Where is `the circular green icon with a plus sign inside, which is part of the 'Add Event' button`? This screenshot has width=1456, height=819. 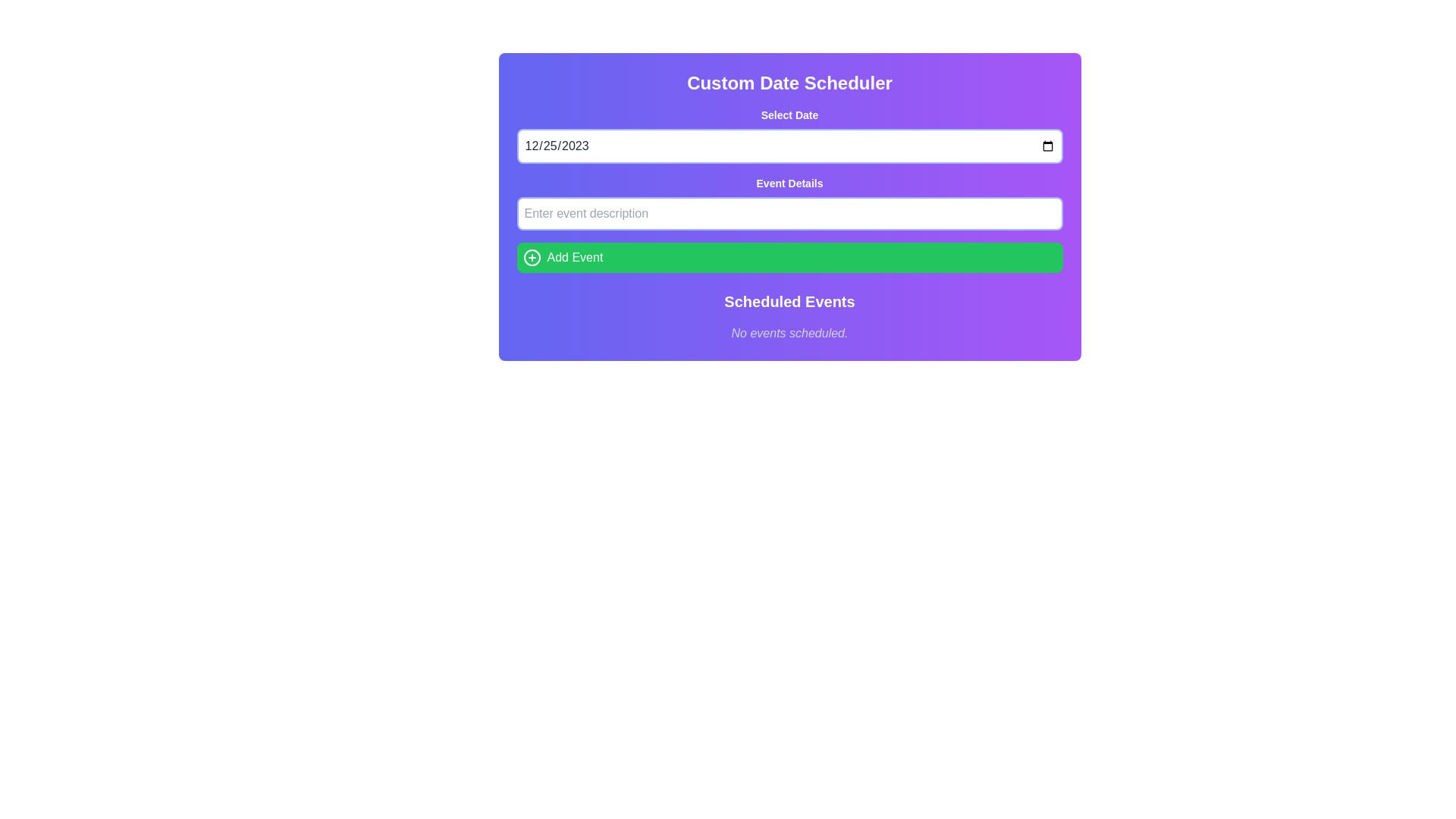 the circular green icon with a plus sign inside, which is part of the 'Add Event' button is located at coordinates (532, 256).